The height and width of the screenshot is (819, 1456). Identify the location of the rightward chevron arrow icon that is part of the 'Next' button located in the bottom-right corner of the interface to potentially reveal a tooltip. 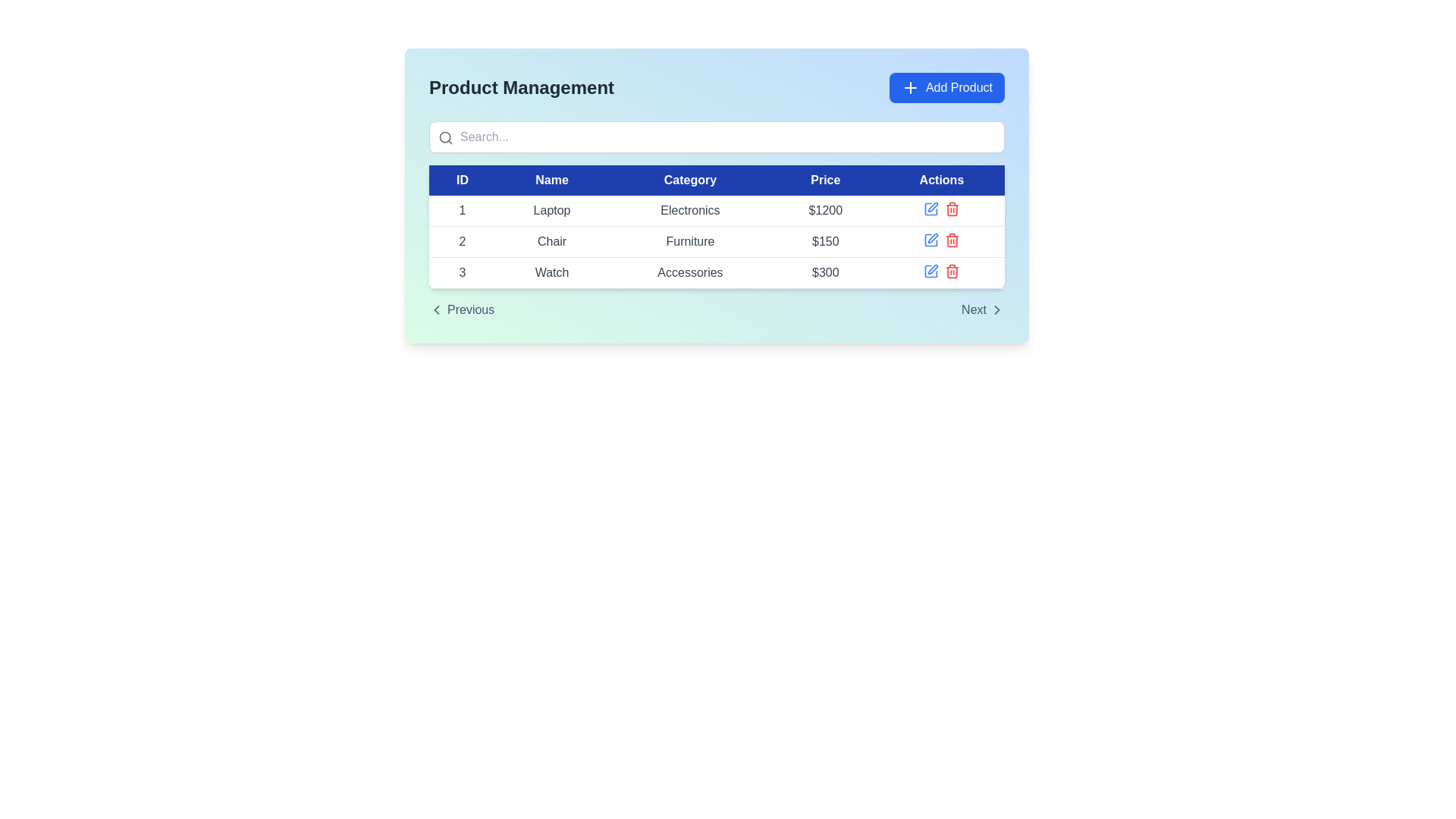
(997, 309).